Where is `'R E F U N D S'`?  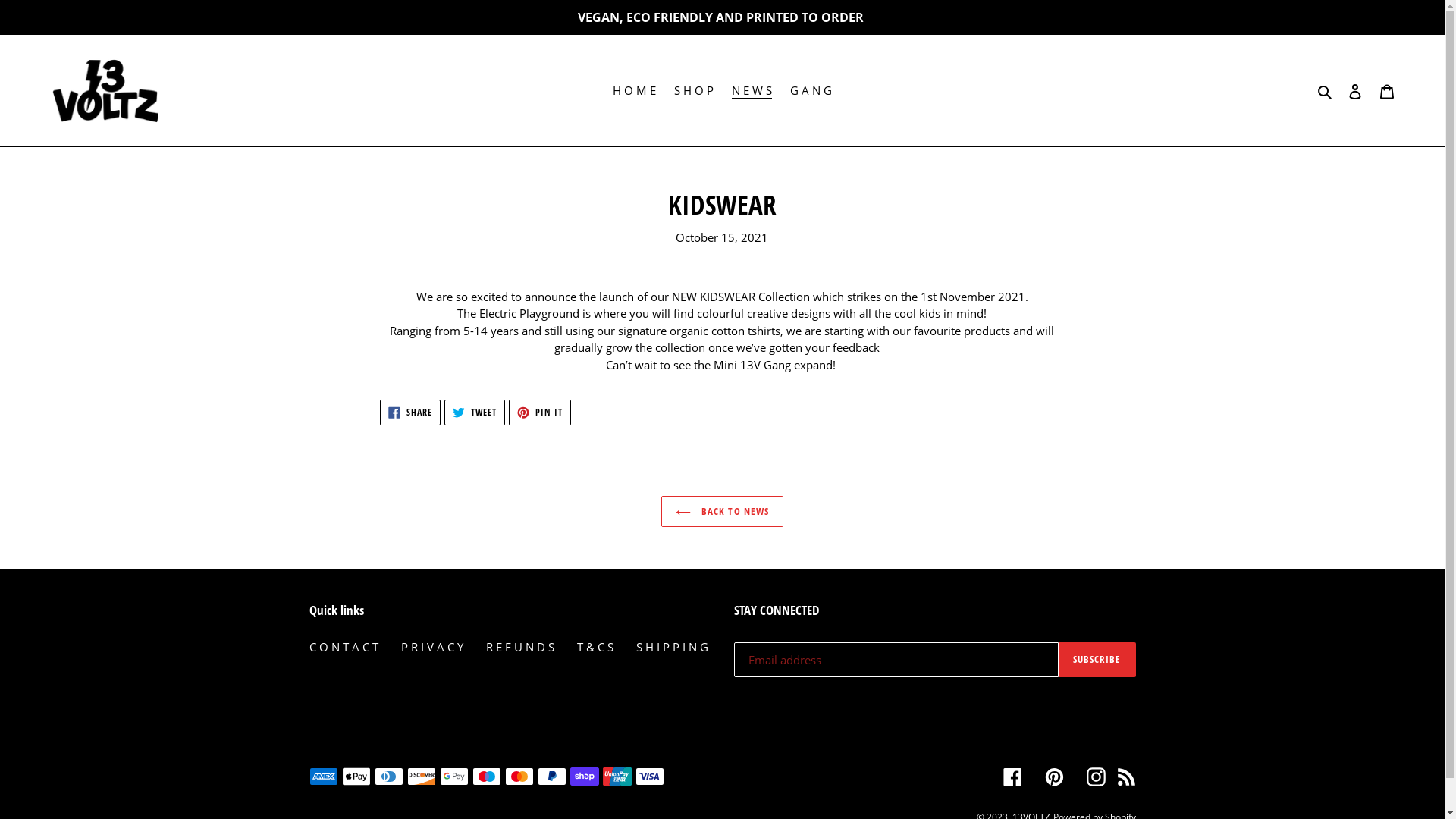 'R E F U N D S' is located at coordinates (519, 646).